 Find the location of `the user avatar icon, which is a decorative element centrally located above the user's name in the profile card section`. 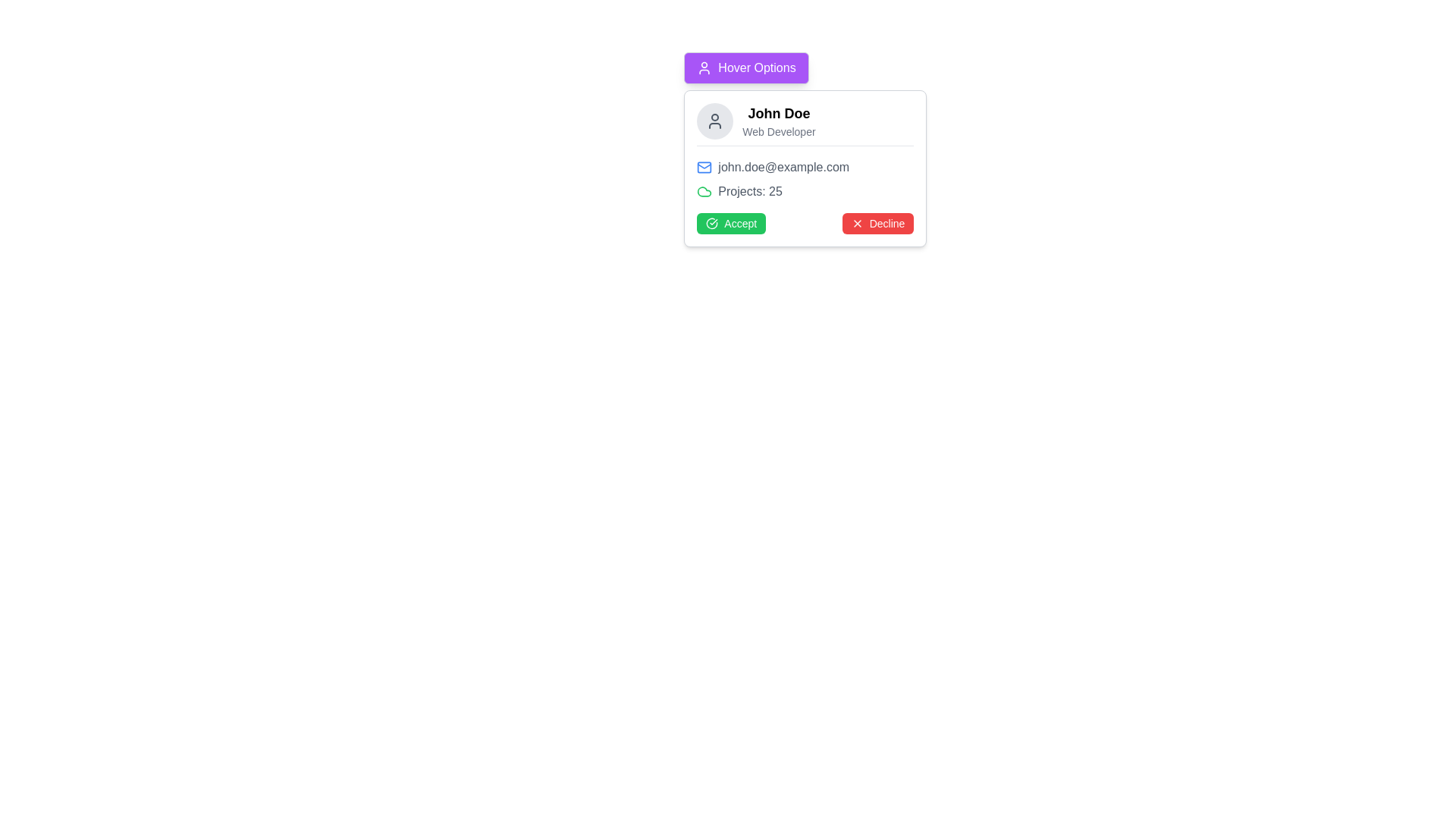

the user avatar icon, which is a decorative element centrally located above the user's name in the profile card section is located at coordinates (714, 120).